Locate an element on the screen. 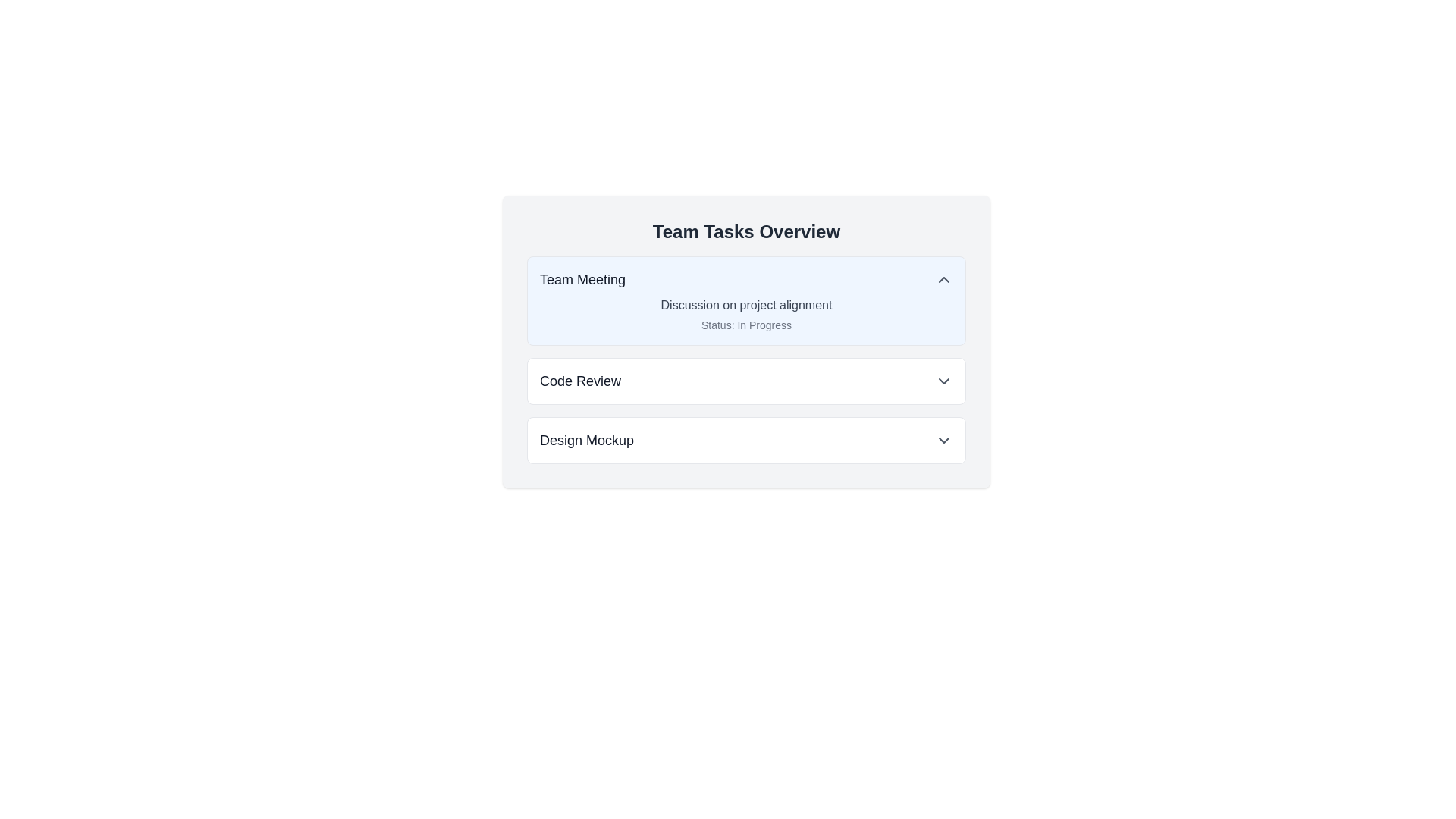 This screenshot has width=1456, height=819. the Text Display element that shows the current topic or title for the 'Team Meeting' section, located just below the header 'Team Meeting' is located at coordinates (746, 305).